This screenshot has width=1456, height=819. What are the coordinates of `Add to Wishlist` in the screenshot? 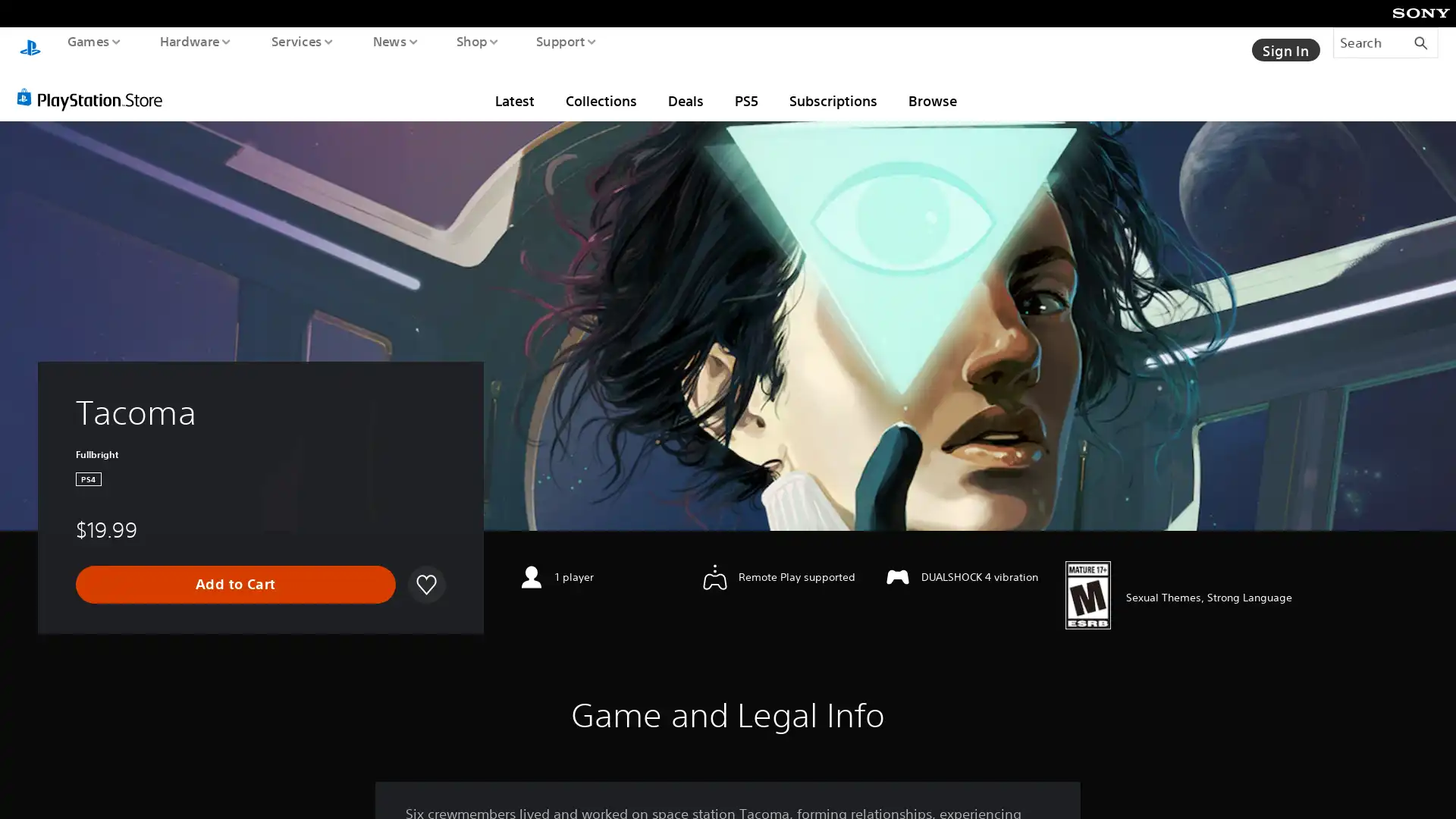 It's located at (425, 570).